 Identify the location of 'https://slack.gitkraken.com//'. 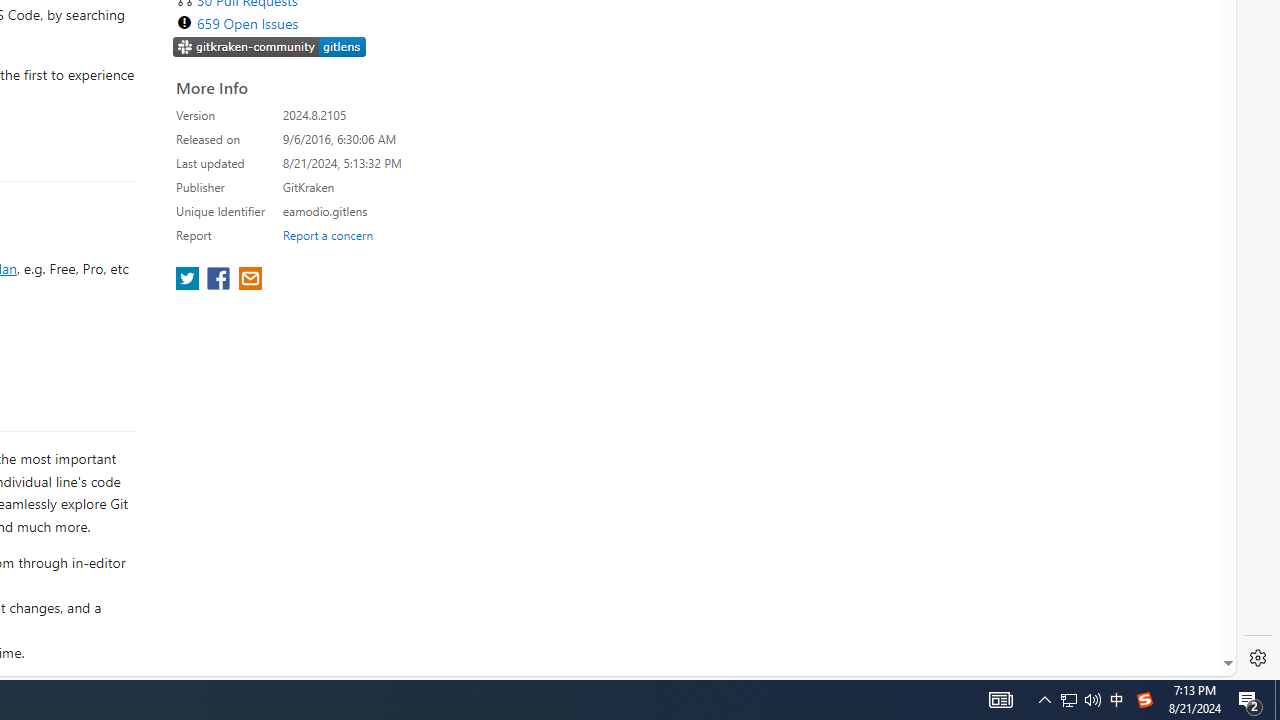
(269, 47).